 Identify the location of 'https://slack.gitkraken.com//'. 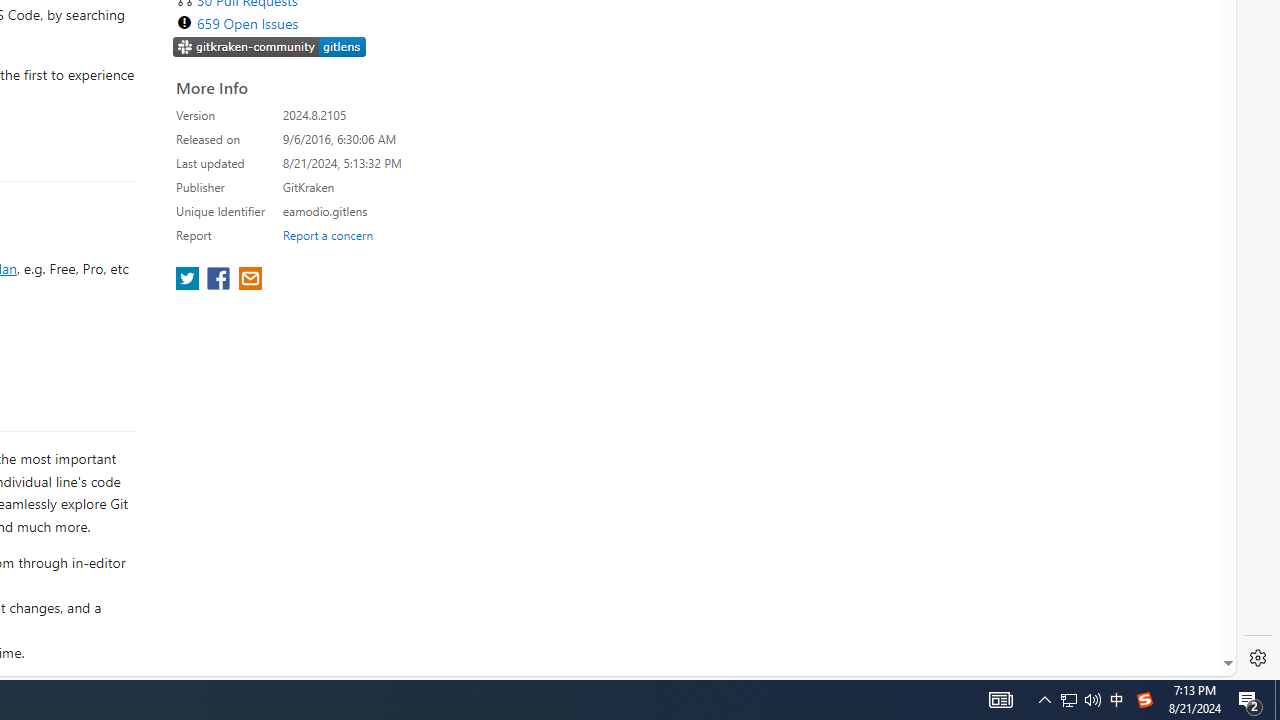
(269, 47).